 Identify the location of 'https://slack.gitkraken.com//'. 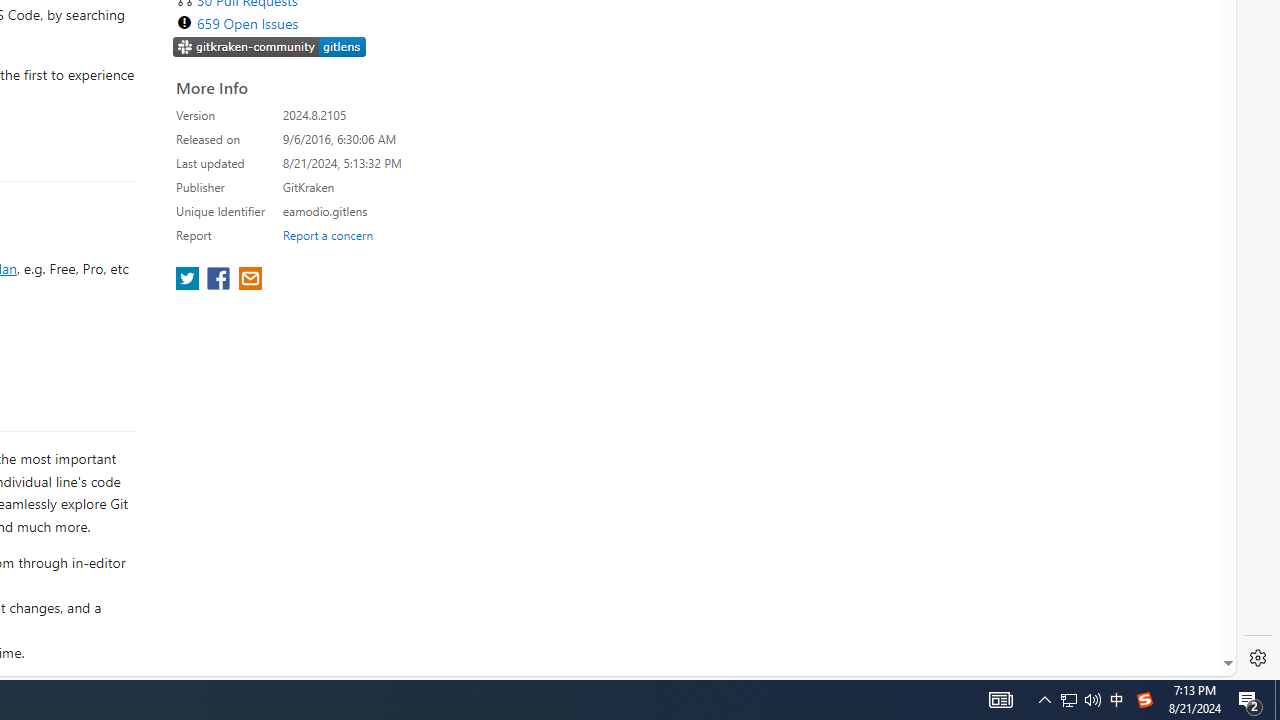
(269, 47).